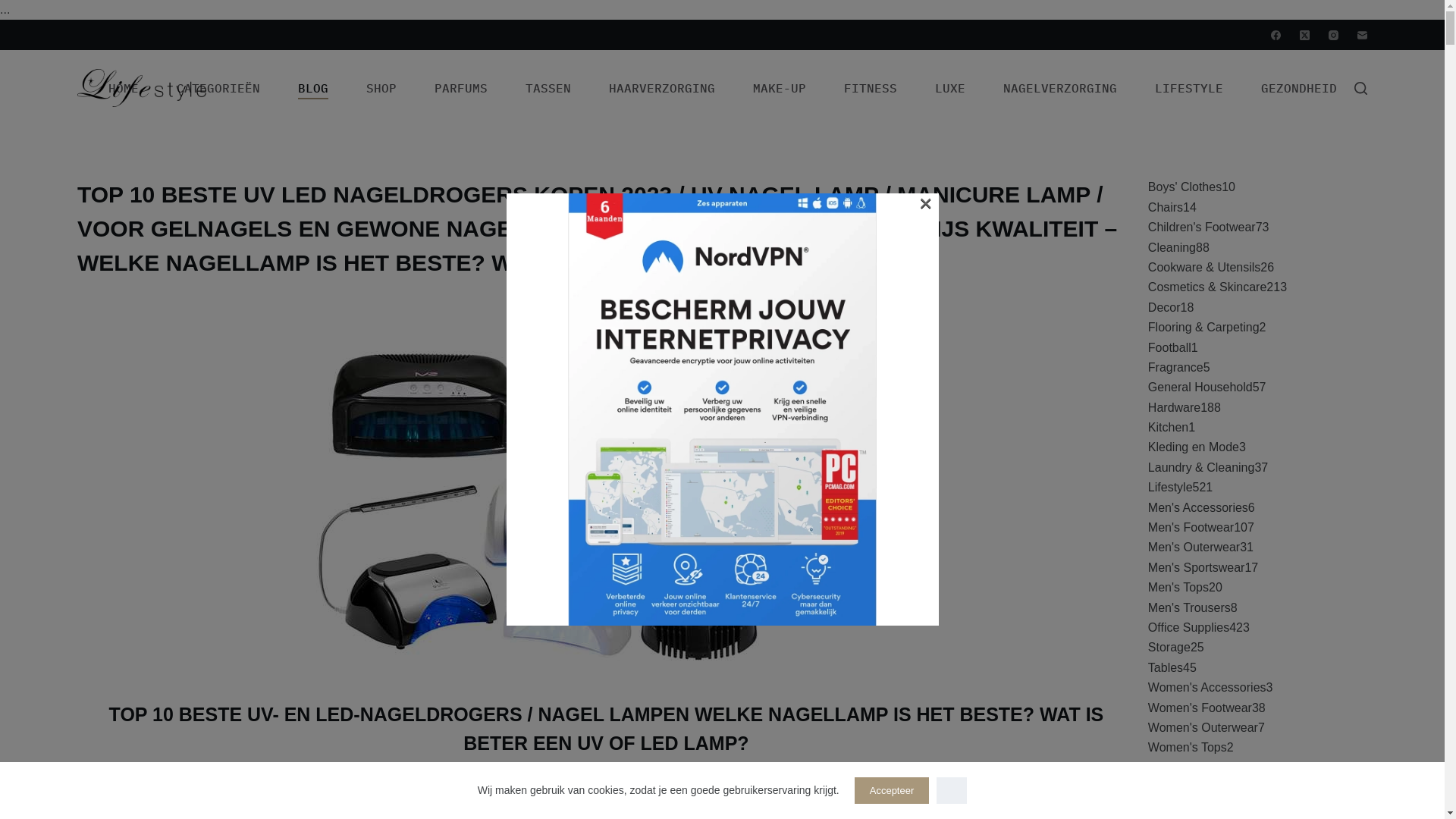  What do you see at coordinates (346, 87) in the screenshot?
I see `'SHOP'` at bounding box center [346, 87].